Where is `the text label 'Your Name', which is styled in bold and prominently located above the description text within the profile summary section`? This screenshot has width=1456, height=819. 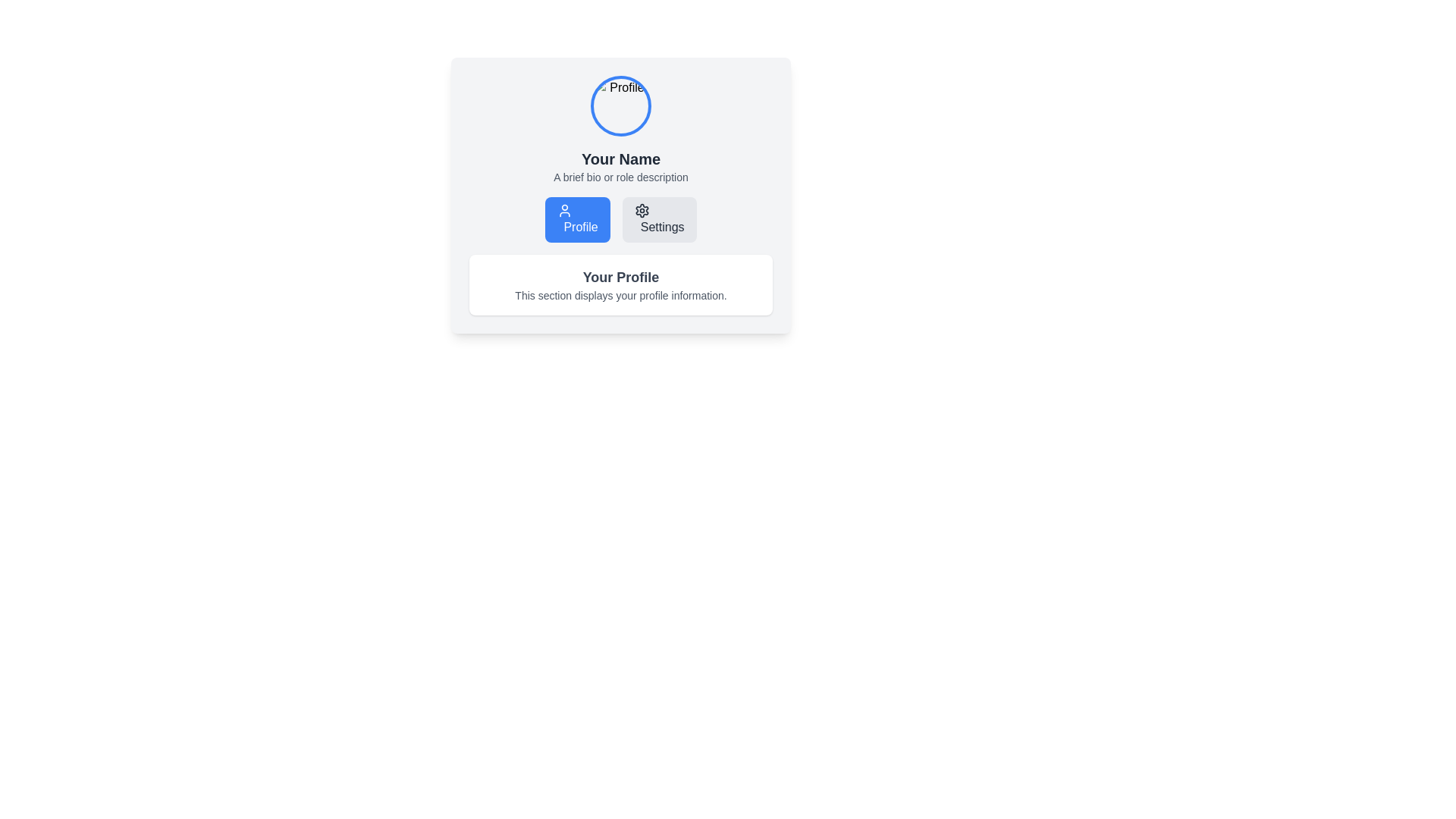
the text label 'Your Name', which is styled in bold and prominently located above the description text within the profile summary section is located at coordinates (621, 158).